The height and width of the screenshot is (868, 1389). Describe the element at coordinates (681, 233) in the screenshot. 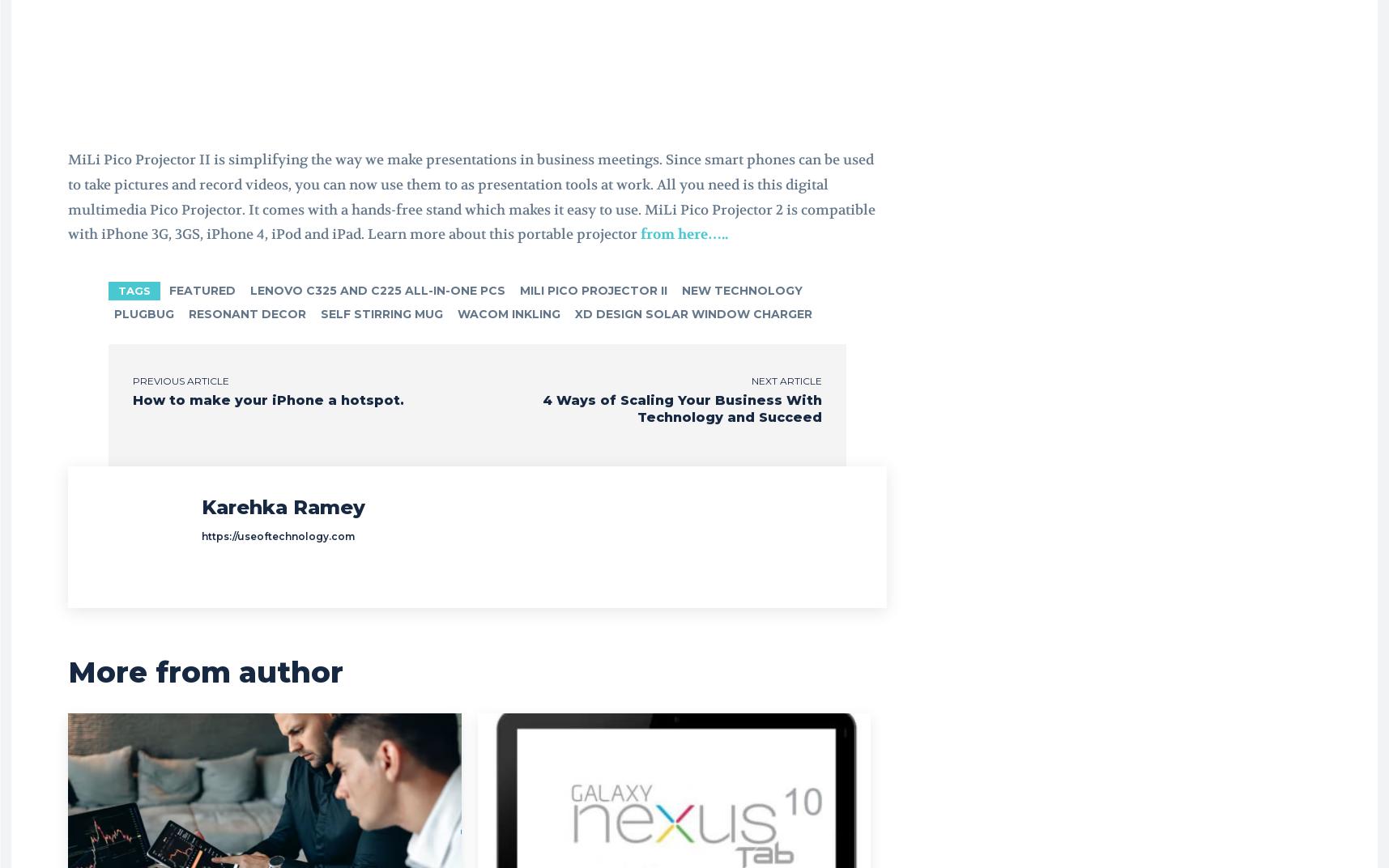

I see `'from here…..'` at that location.